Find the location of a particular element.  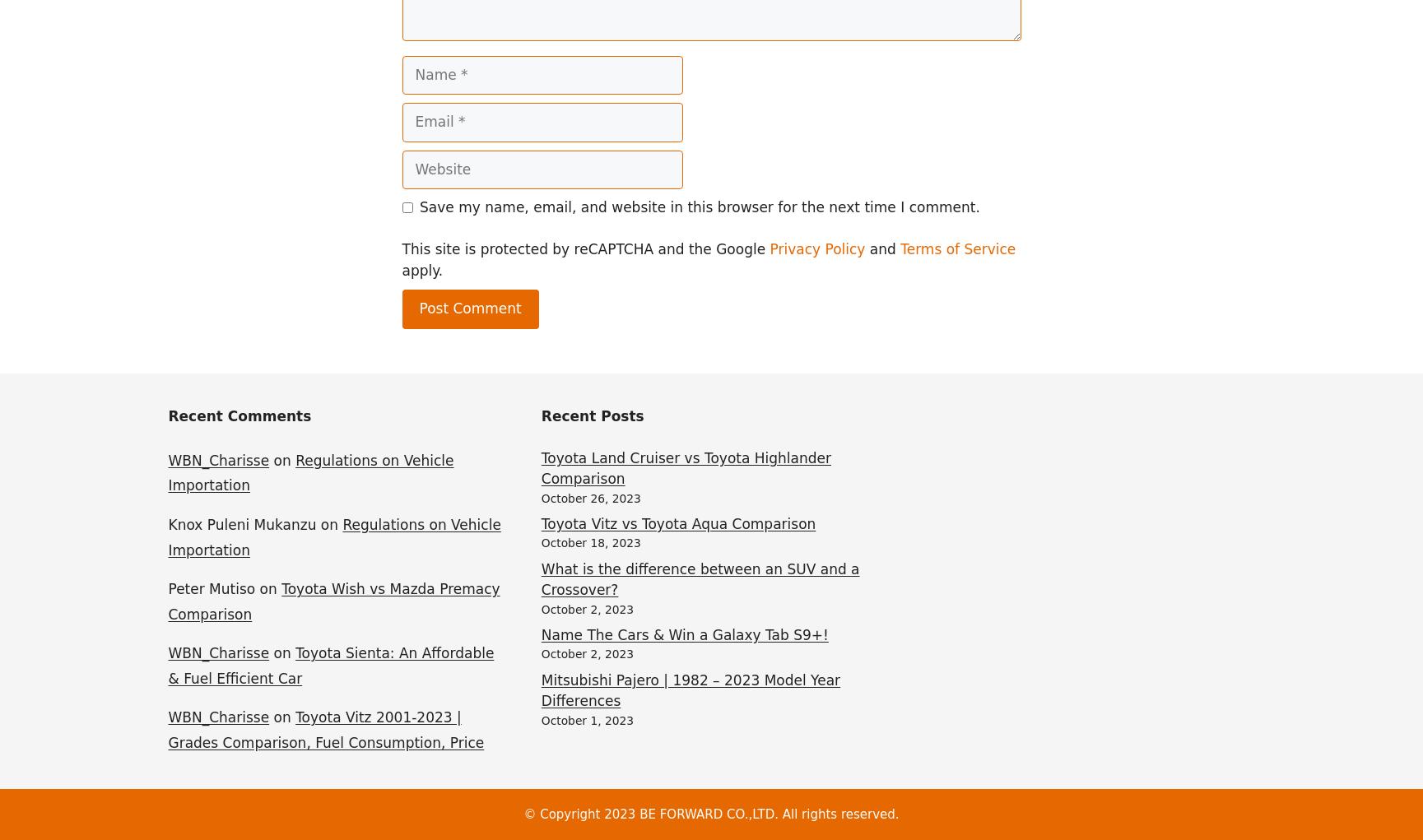

'Knox Puleni Mukanzu' is located at coordinates (241, 523).